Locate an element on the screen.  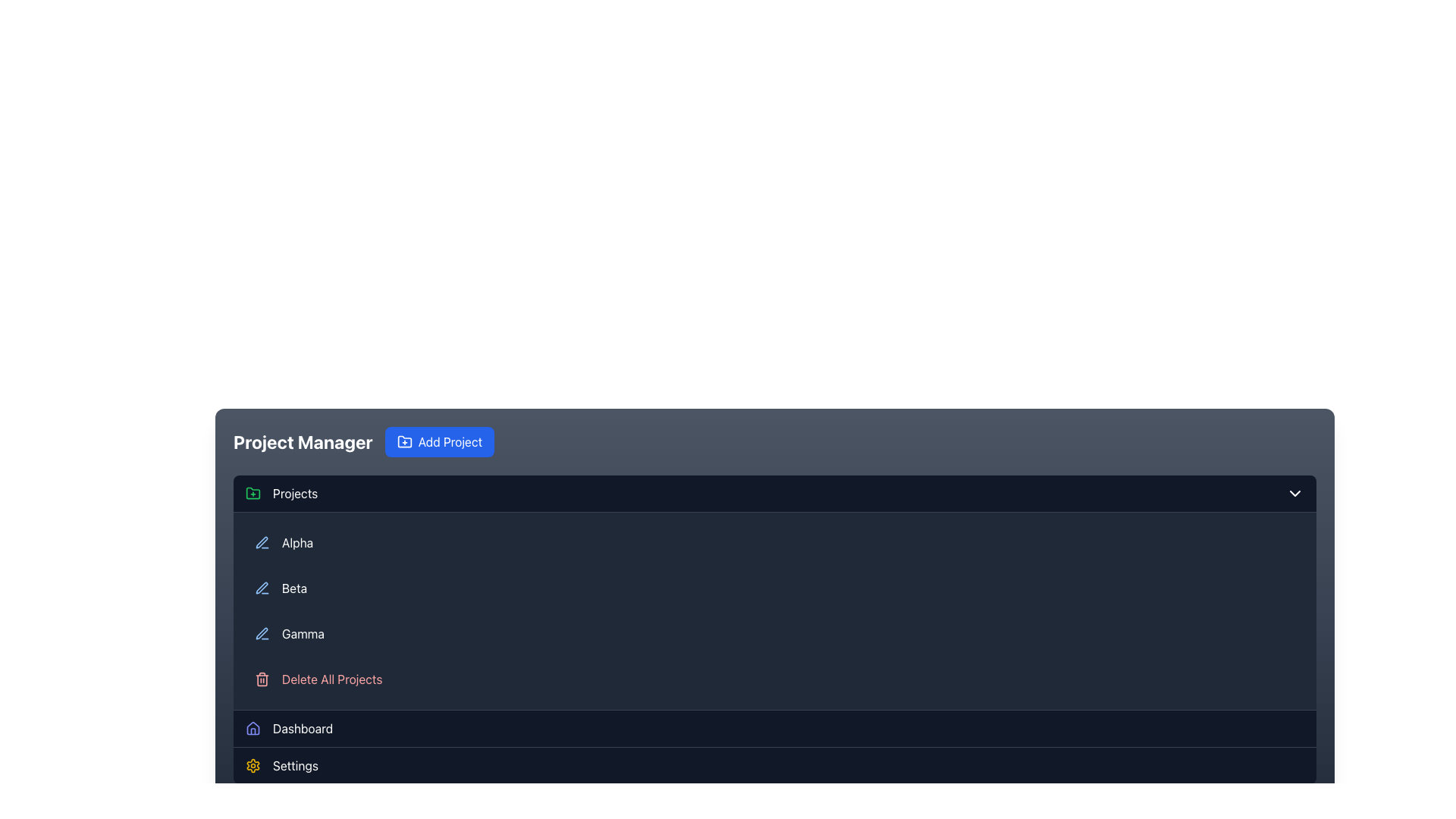
the 'Projects' text label with the green folder icon in the dark-themed sidebar, located below the 'Project Manager' heading is located at coordinates (281, 494).